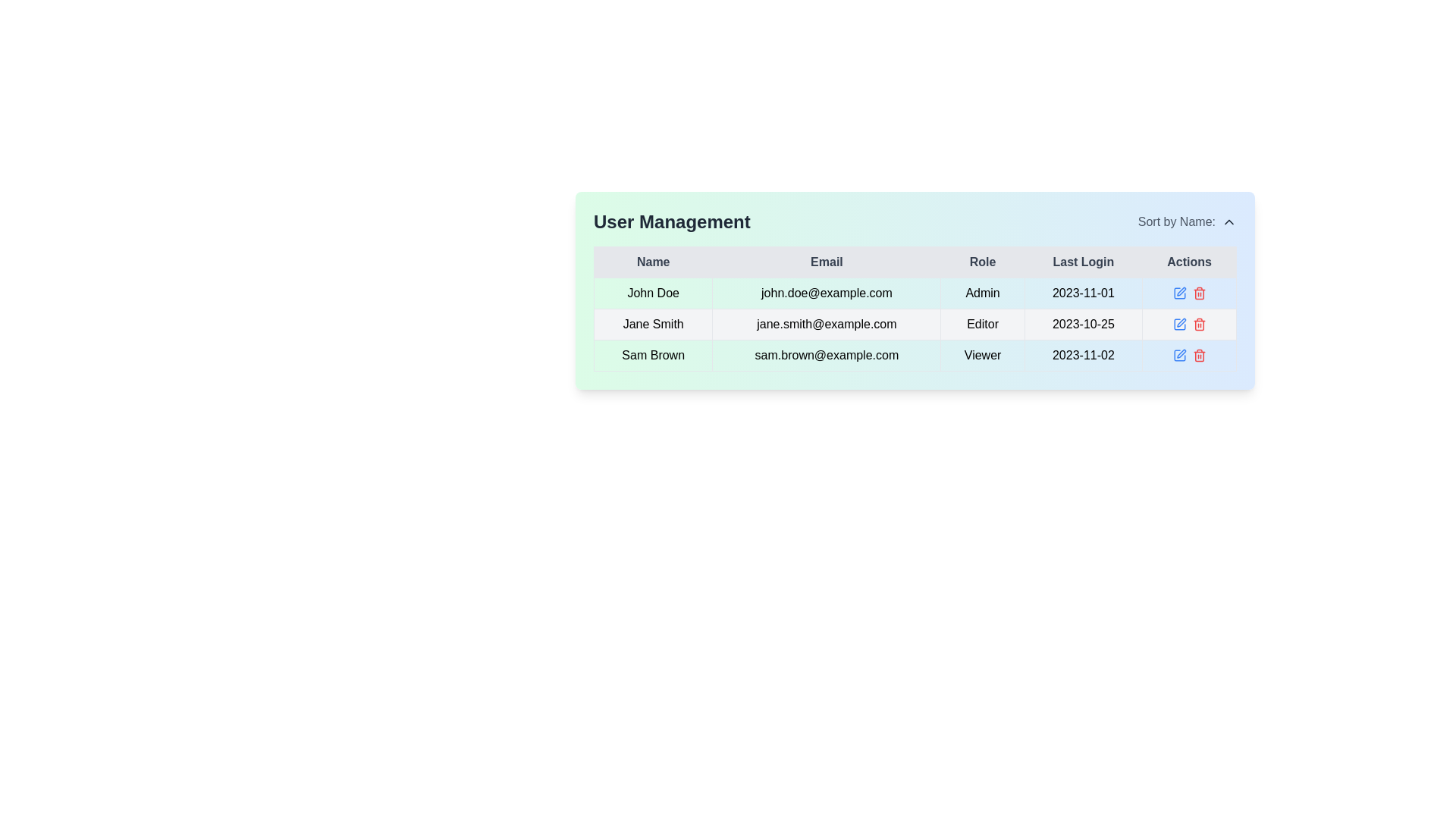 The width and height of the screenshot is (1456, 819). Describe the element at coordinates (1180, 322) in the screenshot. I see `the pen icon outline in the 'Actions' column of the user management table to initiate an edit of the associated row for 'Jane Smith'` at that location.